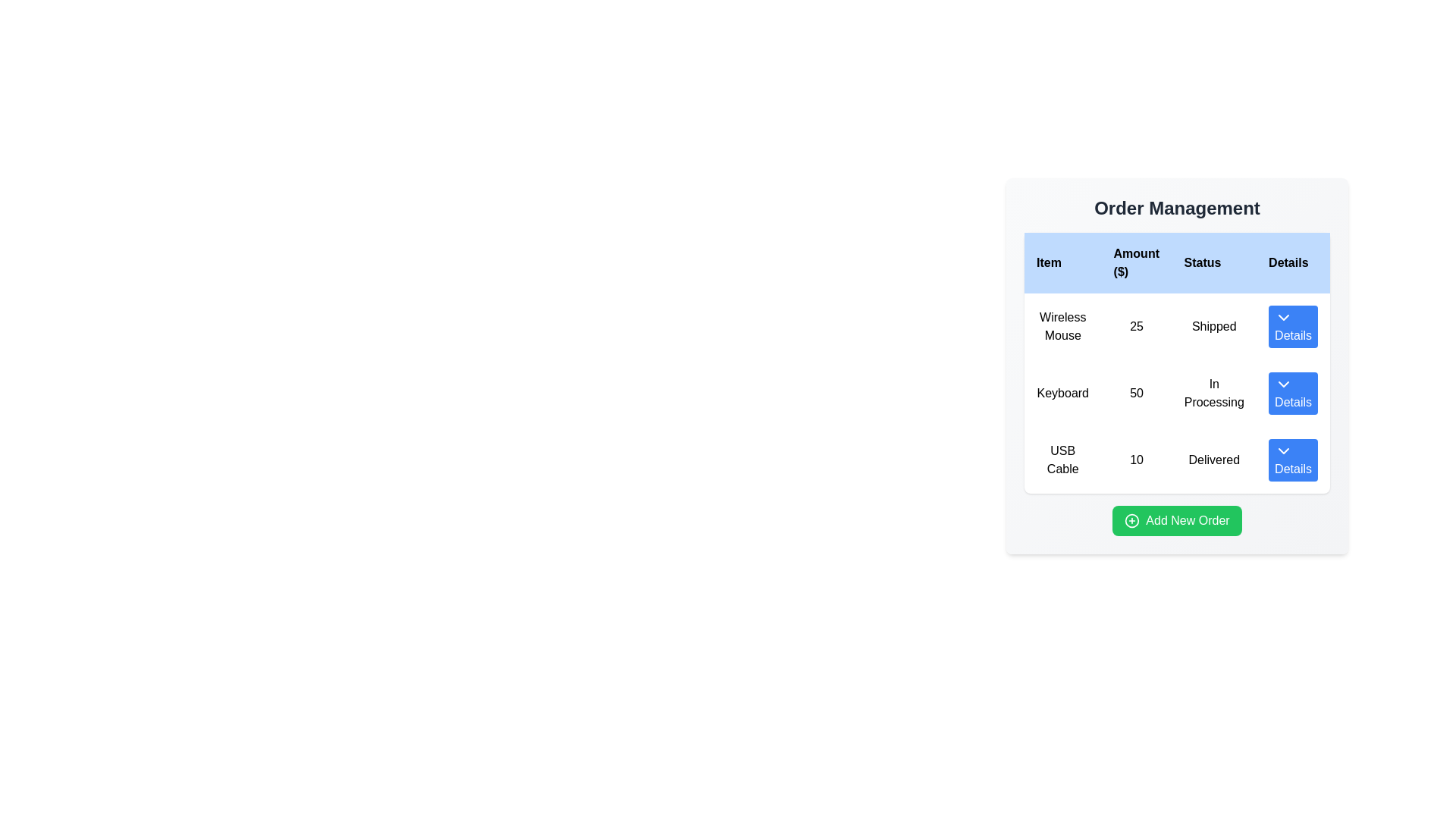 Image resolution: width=1456 pixels, height=819 pixels. What do you see at coordinates (1292, 326) in the screenshot?
I see `the 'Details' button for the 'Wireless Mouse' item` at bounding box center [1292, 326].